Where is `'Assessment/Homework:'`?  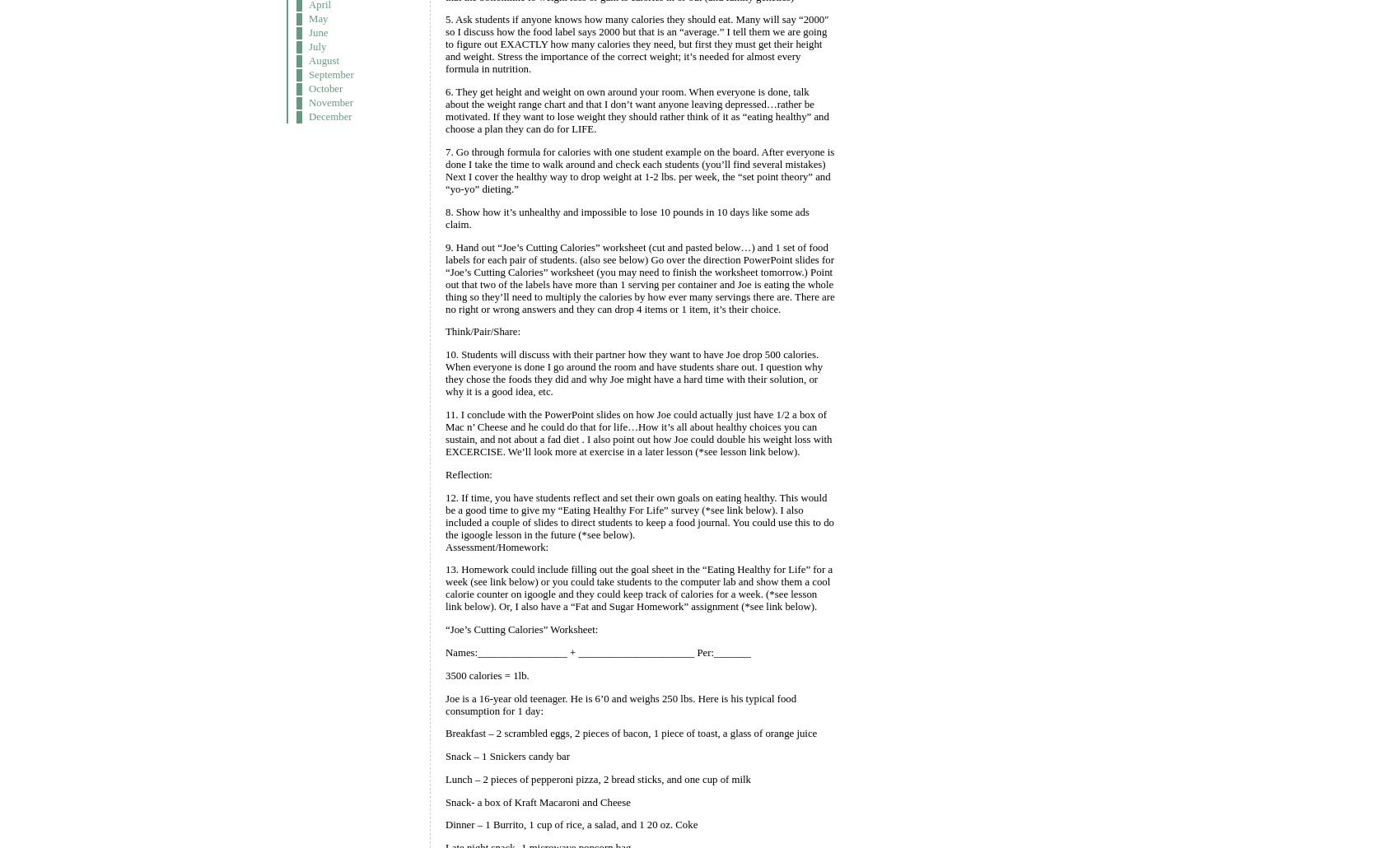 'Assessment/Homework:' is located at coordinates (496, 546).